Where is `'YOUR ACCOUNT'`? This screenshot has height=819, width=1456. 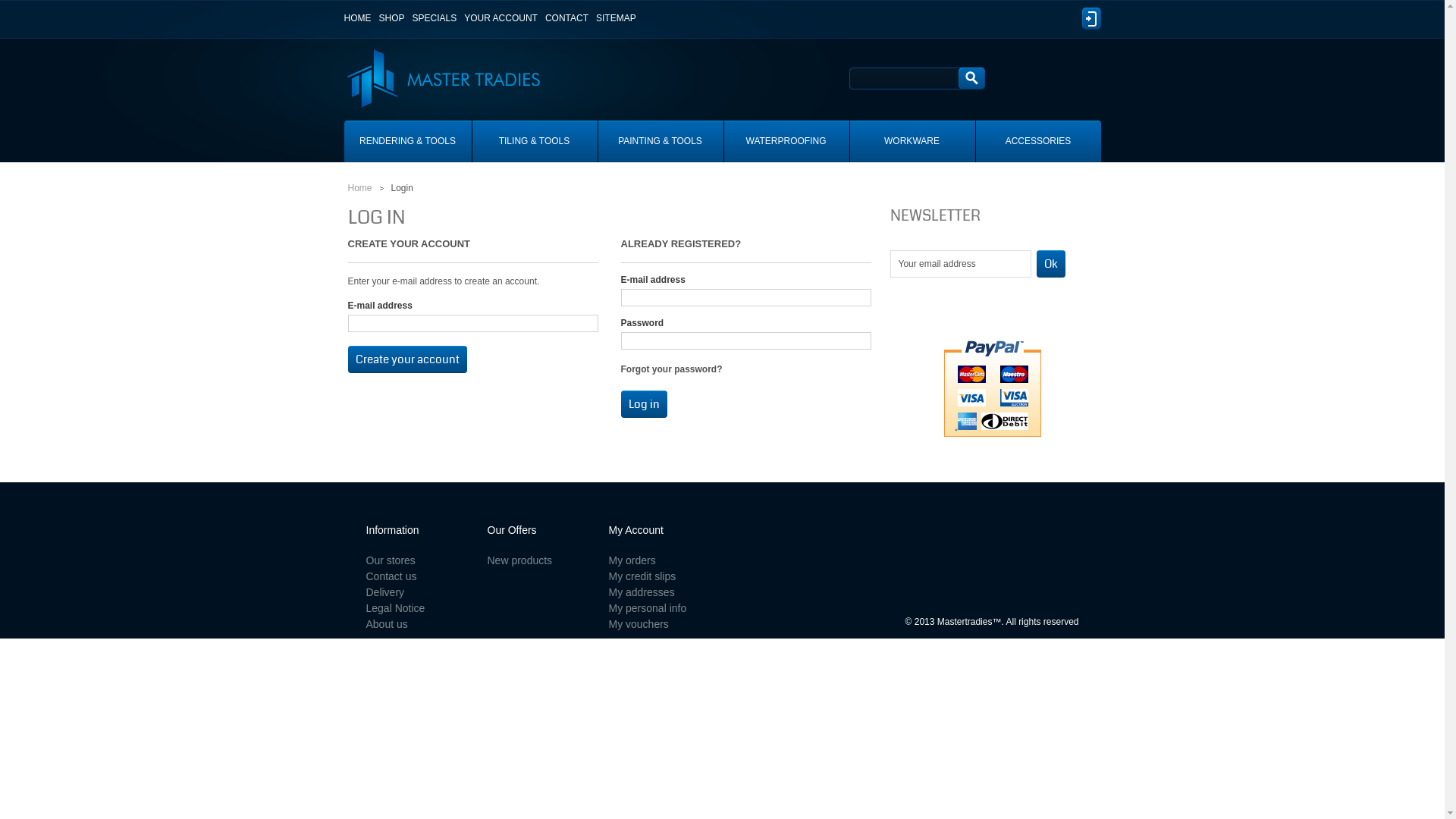
'YOUR ACCOUNT' is located at coordinates (500, 17).